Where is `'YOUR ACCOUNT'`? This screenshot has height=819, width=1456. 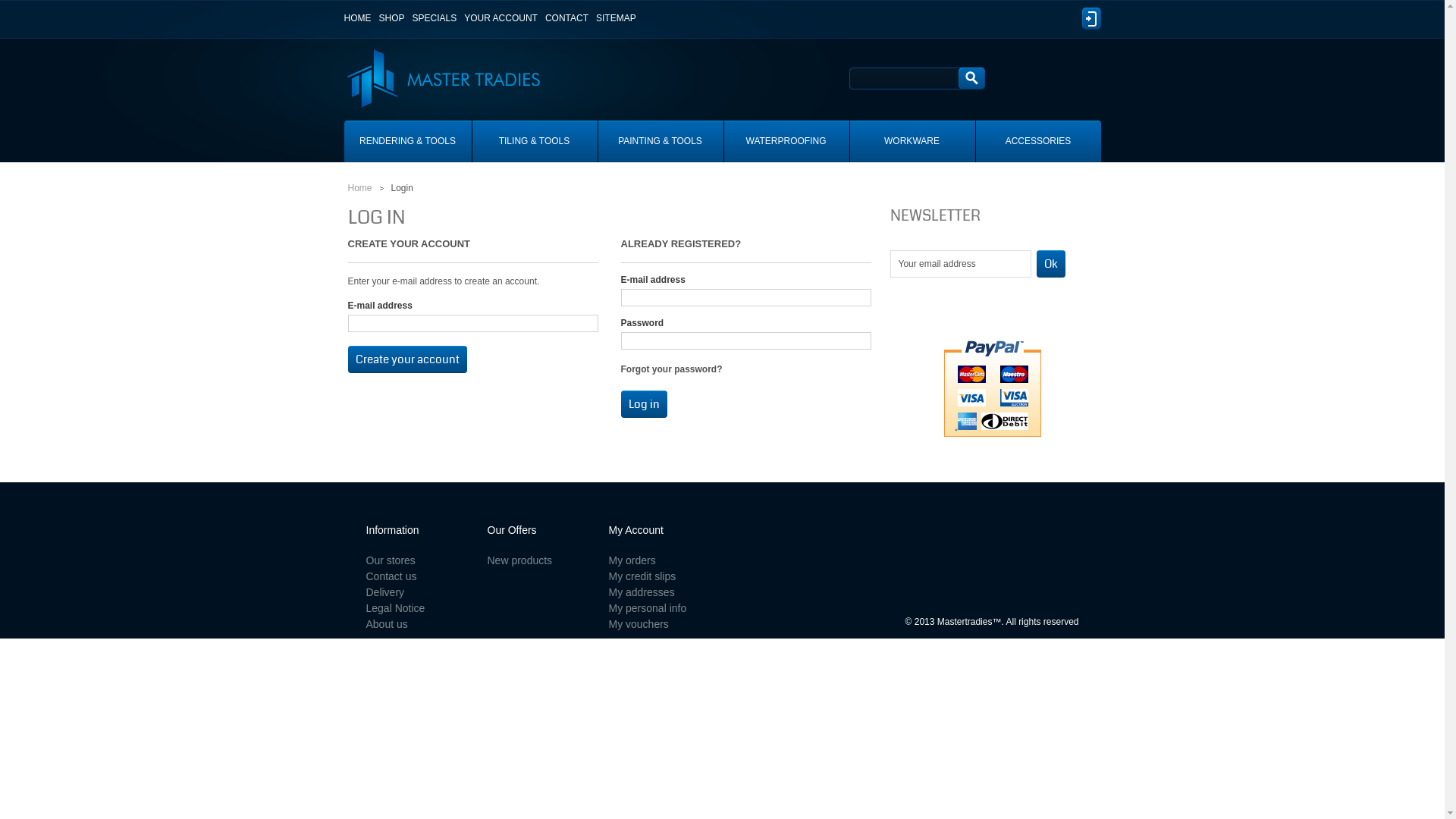
'YOUR ACCOUNT' is located at coordinates (500, 17).